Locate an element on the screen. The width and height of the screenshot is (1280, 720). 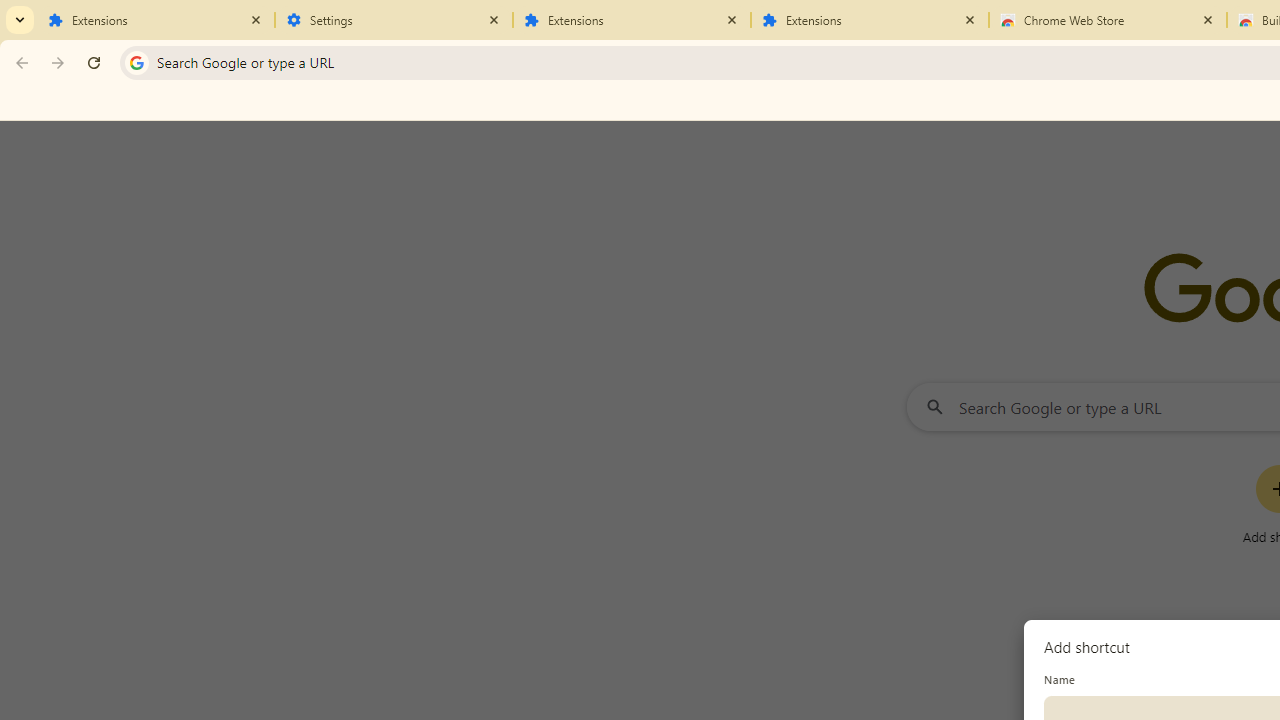
'Settings' is located at coordinates (394, 20).